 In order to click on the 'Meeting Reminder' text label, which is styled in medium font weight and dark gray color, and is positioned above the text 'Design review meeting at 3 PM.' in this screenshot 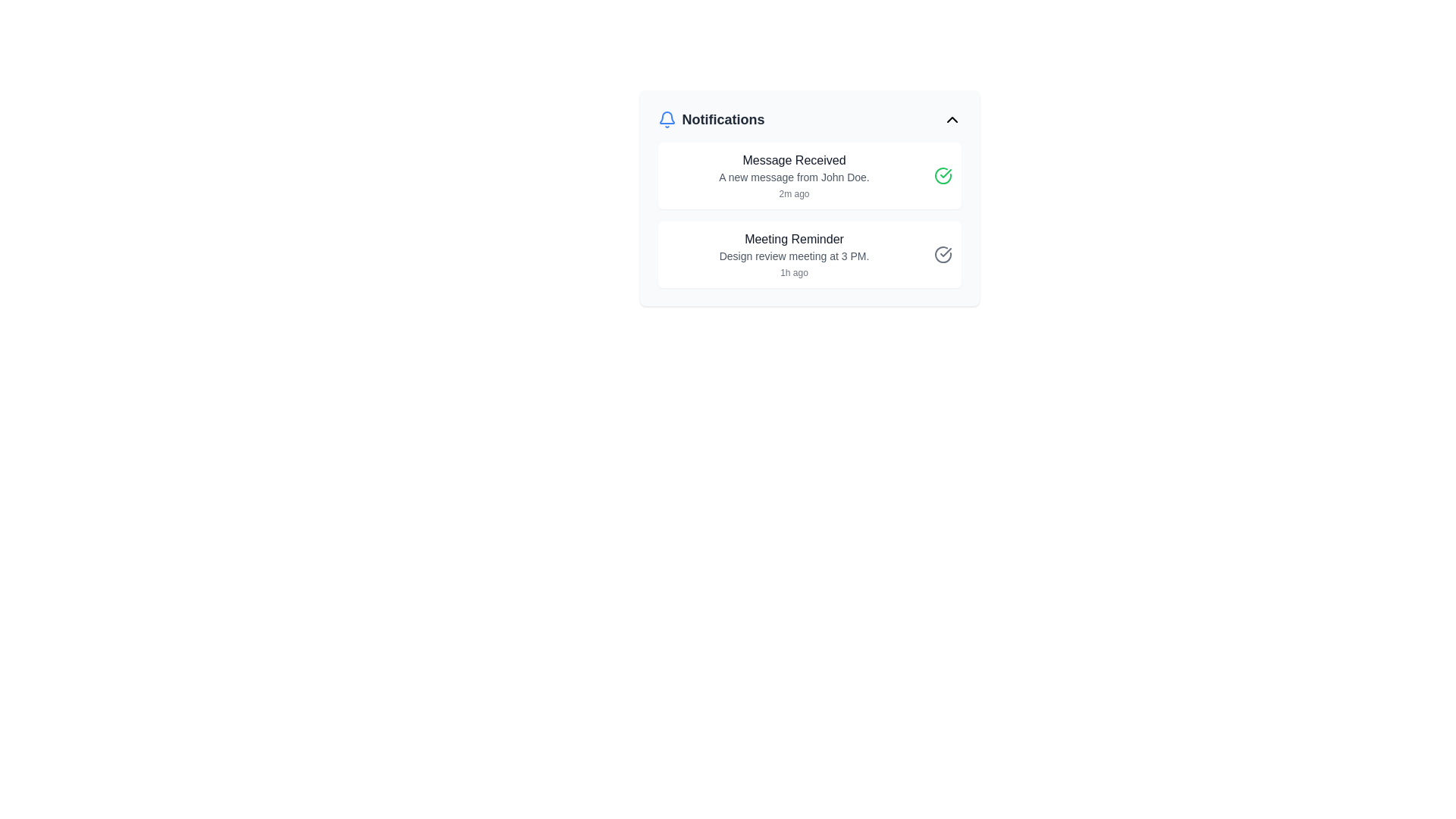, I will do `click(793, 239)`.